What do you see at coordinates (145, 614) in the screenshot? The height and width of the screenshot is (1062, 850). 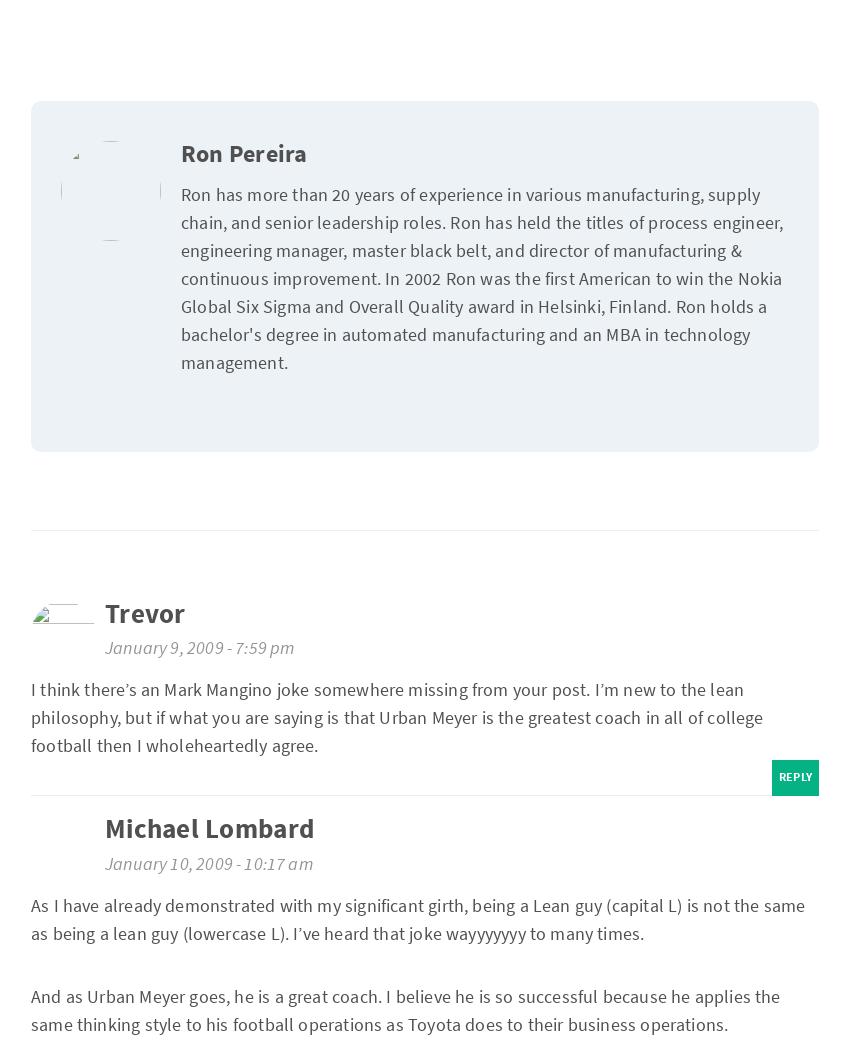 I see `'Trevor'` at bounding box center [145, 614].